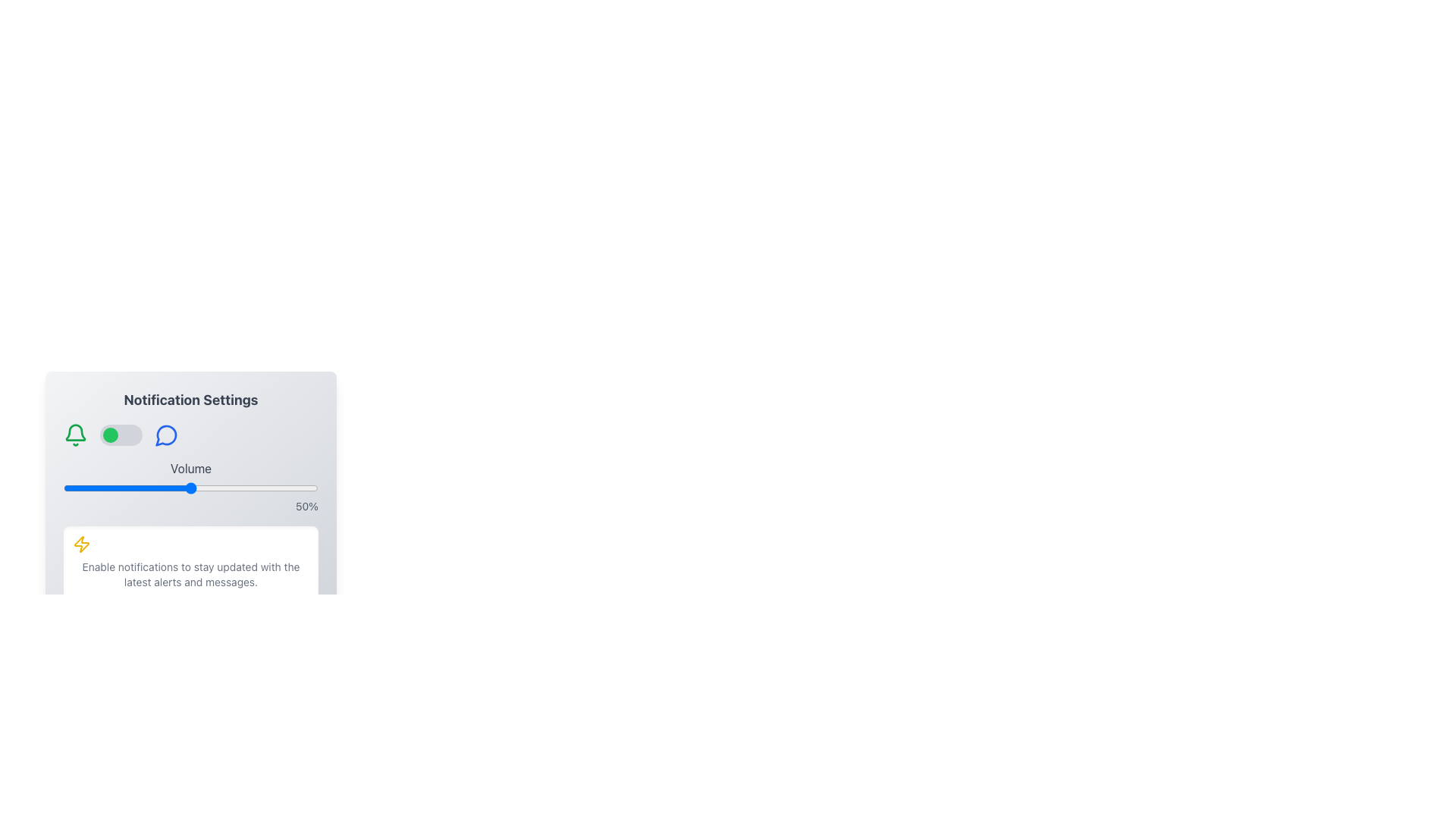  What do you see at coordinates (80, 488) in the screenshot?
I see `the volume` at bounding box center [80, 488].